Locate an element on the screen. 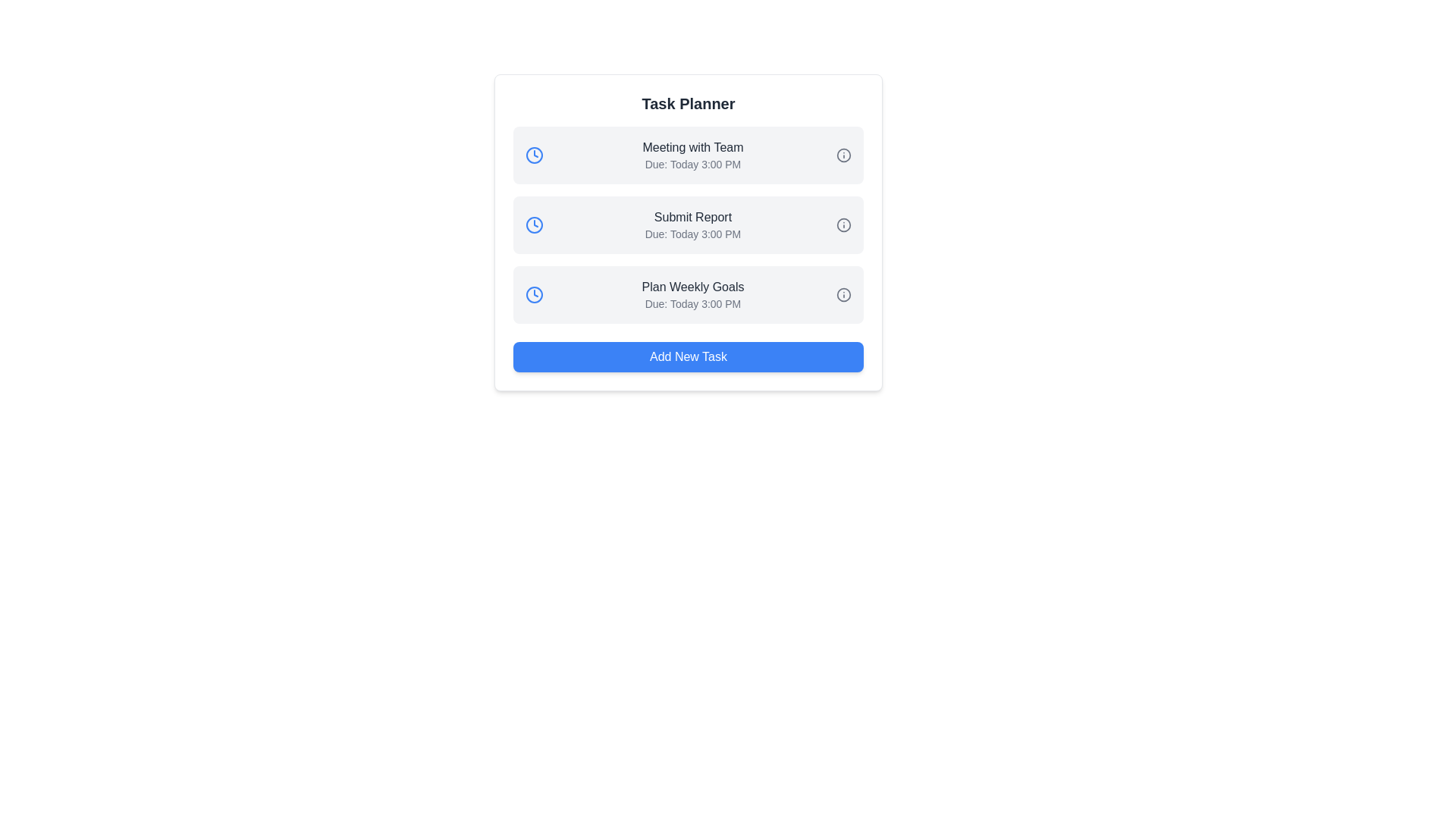 The width and height of the screenshot is (1456, 819). the information indicator icon located in the upper-right corner of the 'Meeting with Team' row, which is the second icon from the right is located at coordinates (843, 155).